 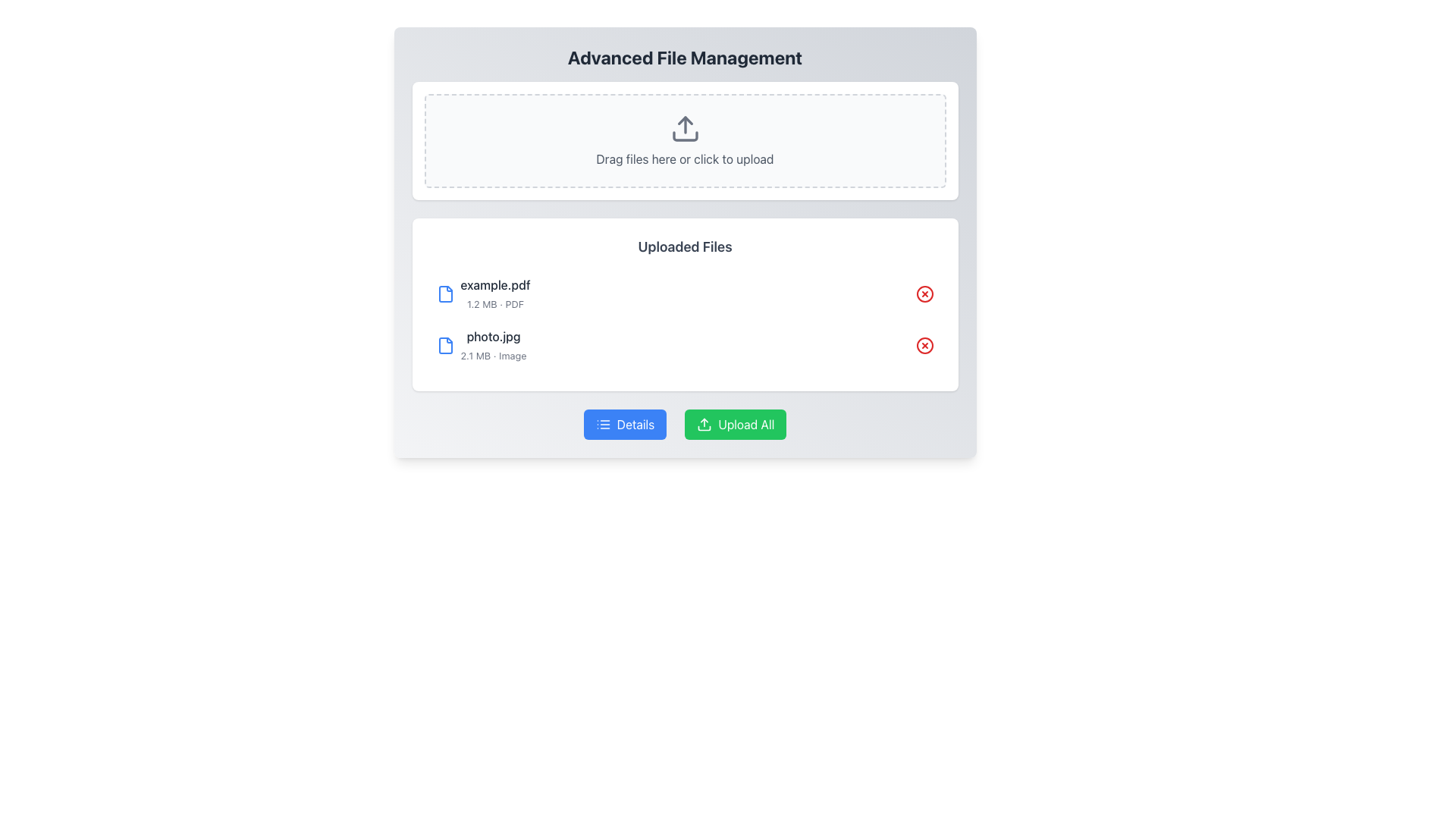 I want to click on the delete button located on the far right of the 'example.pdf, 1.2 MB · PDF' item in the 'Uploaded Files' section, so click(x=924, y=294).